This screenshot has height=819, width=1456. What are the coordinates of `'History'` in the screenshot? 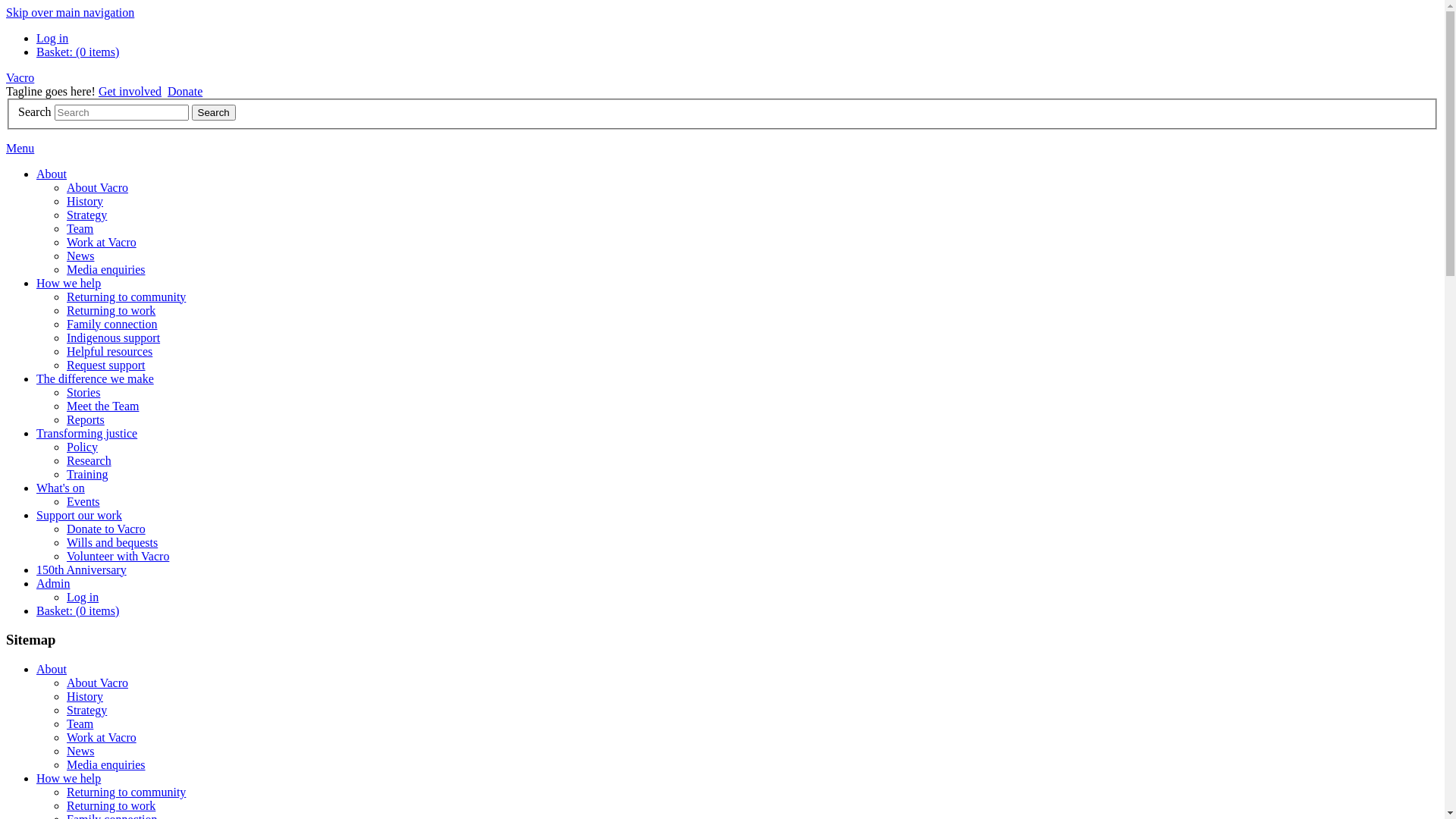 It's located at (83, 696).